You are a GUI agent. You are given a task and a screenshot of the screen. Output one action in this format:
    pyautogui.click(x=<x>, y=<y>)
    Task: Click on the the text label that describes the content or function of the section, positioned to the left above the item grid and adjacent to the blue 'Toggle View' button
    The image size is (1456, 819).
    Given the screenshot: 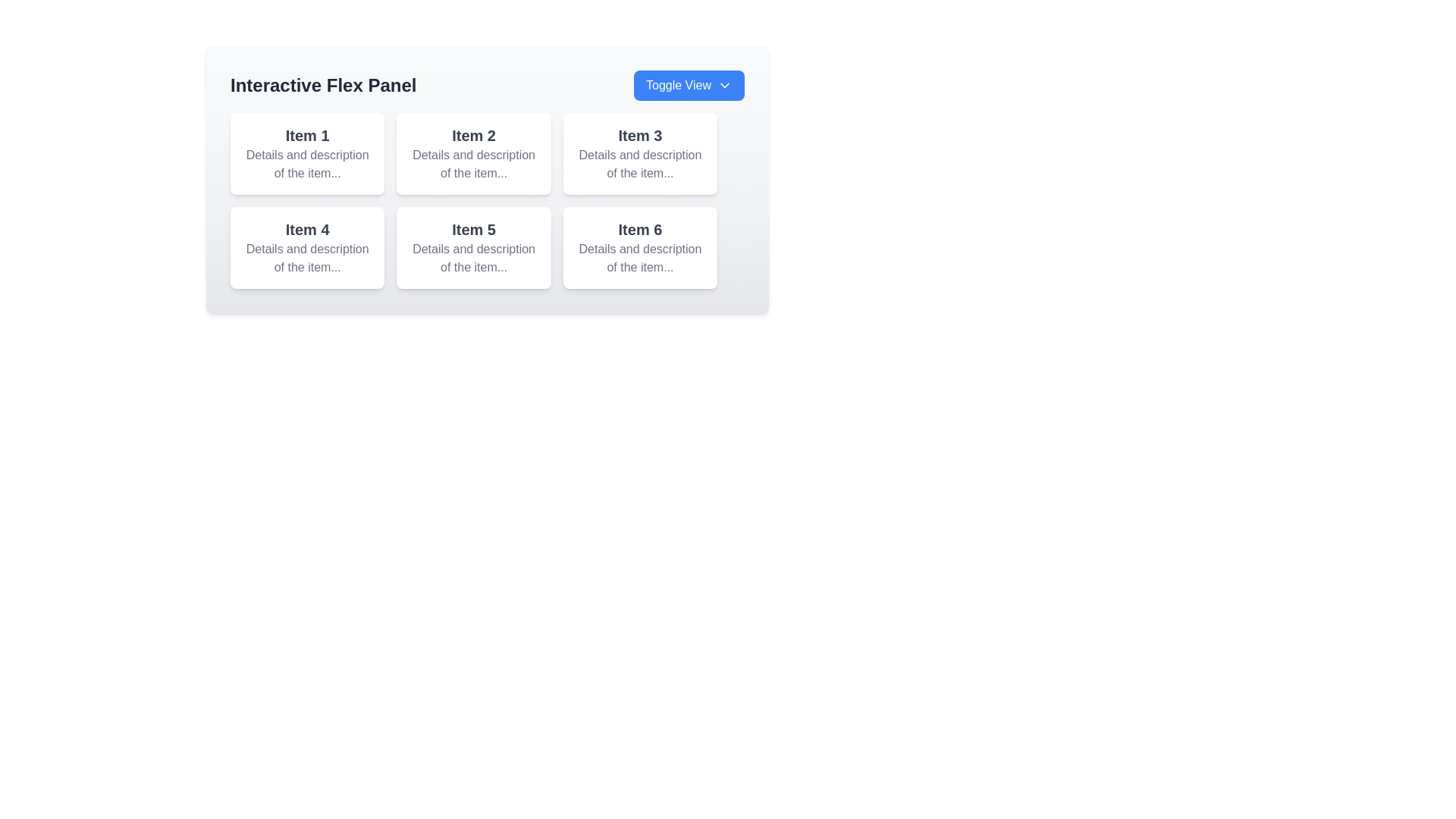 What is the action you would take?
    pyautogui.click(x=322, y=85)
    